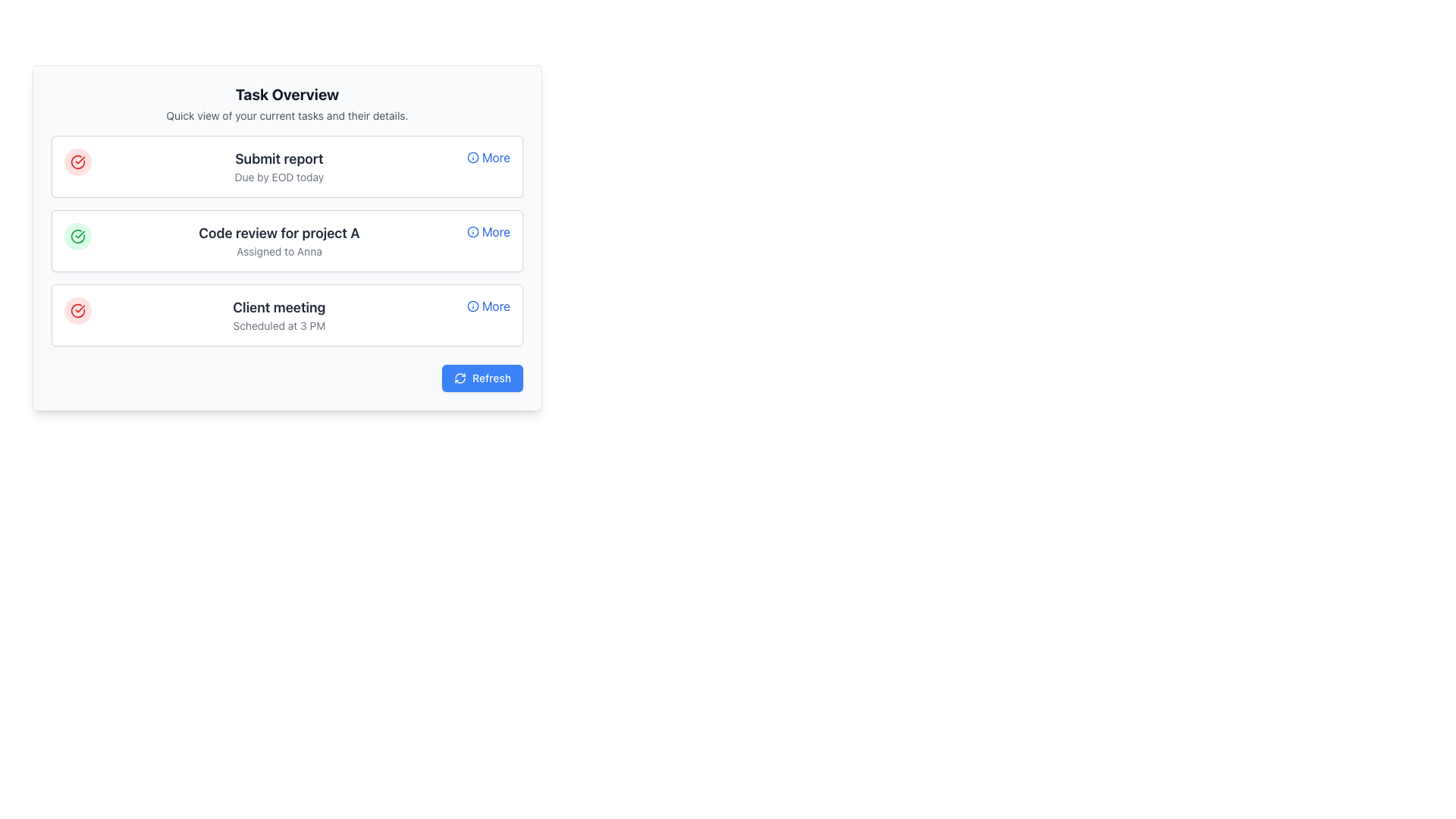 This screenshot has height=819, width=1456. Describe the element at coordinates (279, 177) in the screenshot. I see `the text element that provides the deadline for the task labeled 'Submit report', located directly below the 'Submit report' header in the first task card` at that location.